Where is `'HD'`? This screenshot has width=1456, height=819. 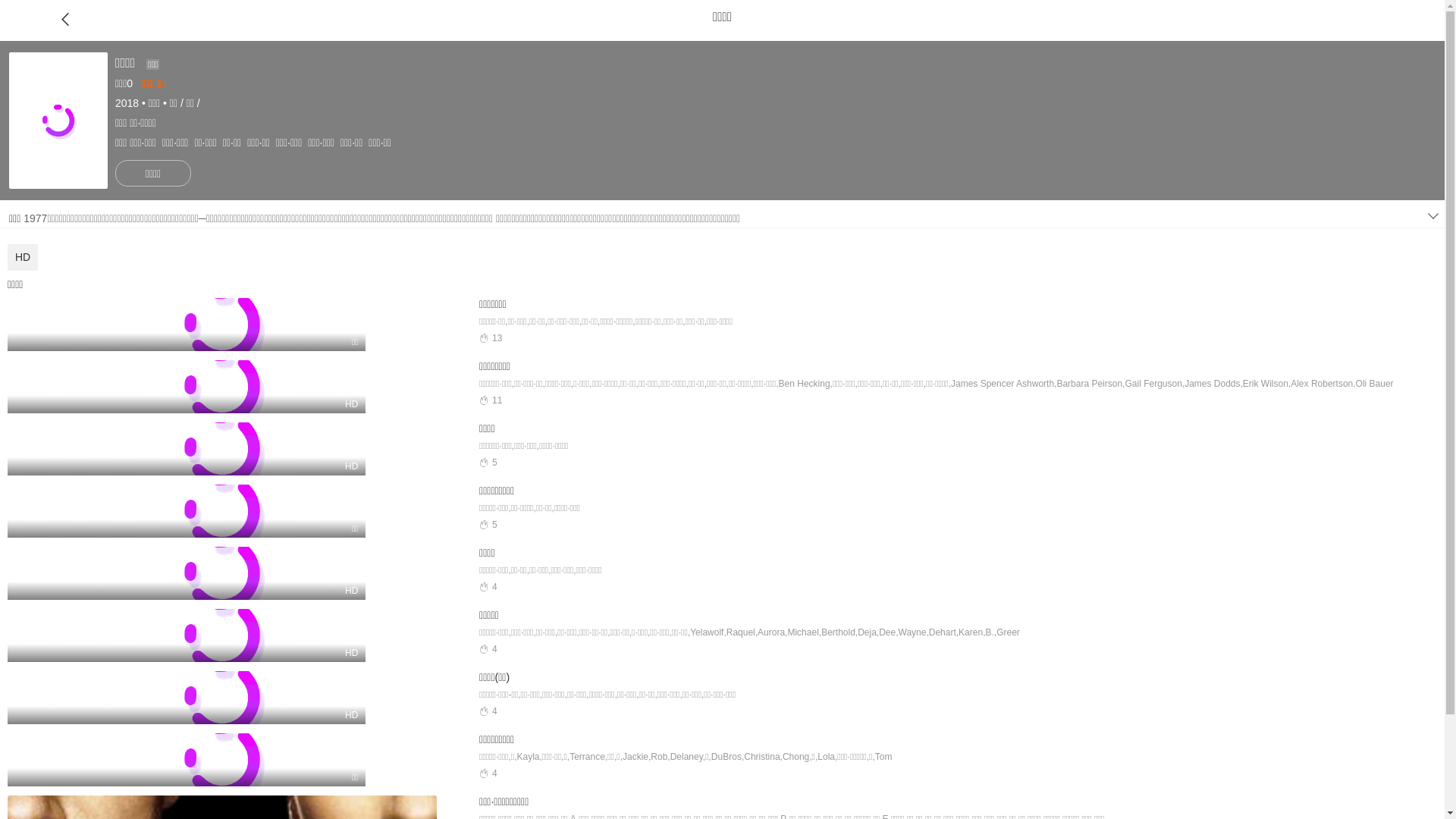
'HD' is located at coordinates (22, 256).